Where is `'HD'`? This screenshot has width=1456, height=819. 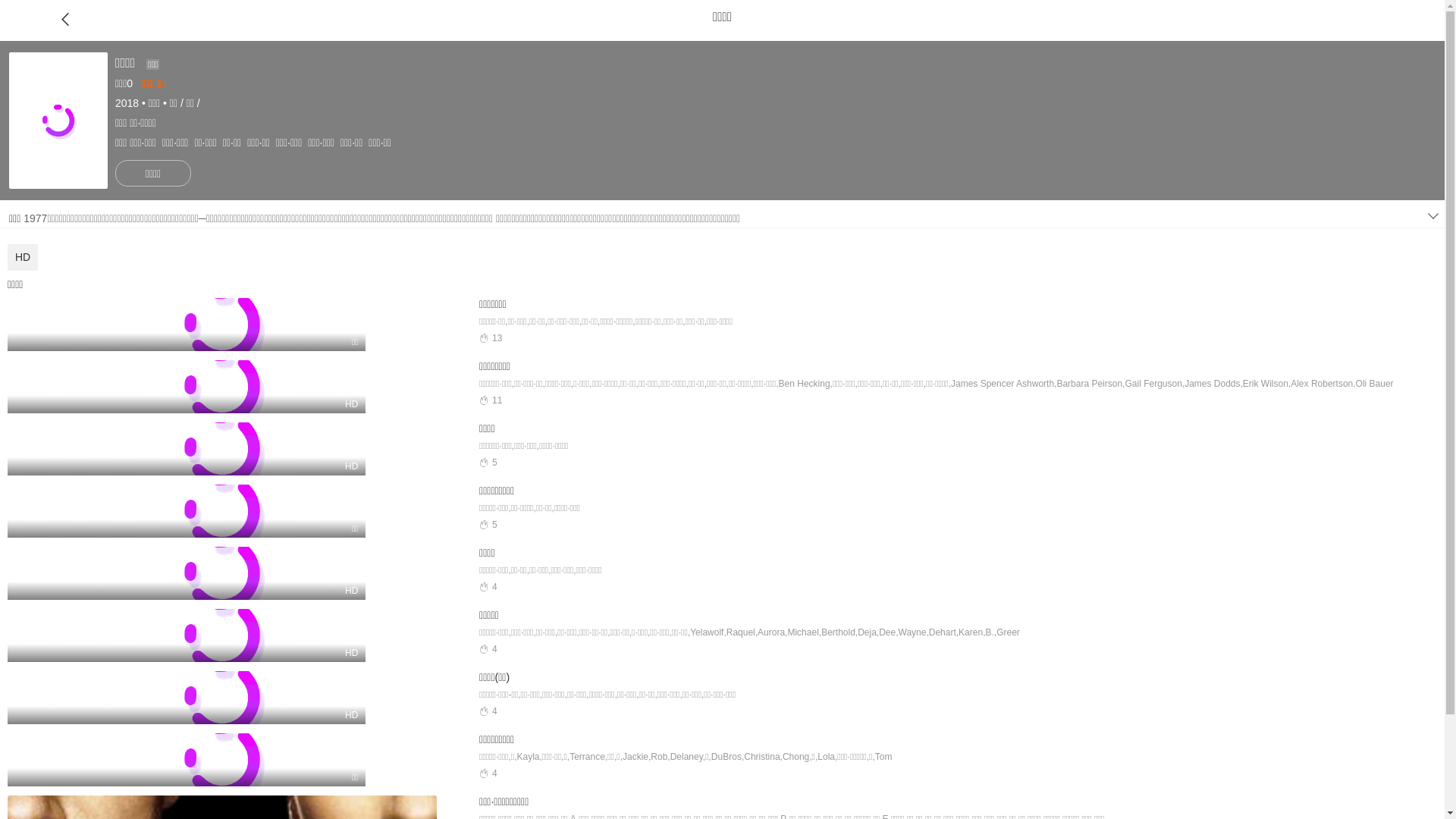
'HD' is located at coordinates (22, 256).